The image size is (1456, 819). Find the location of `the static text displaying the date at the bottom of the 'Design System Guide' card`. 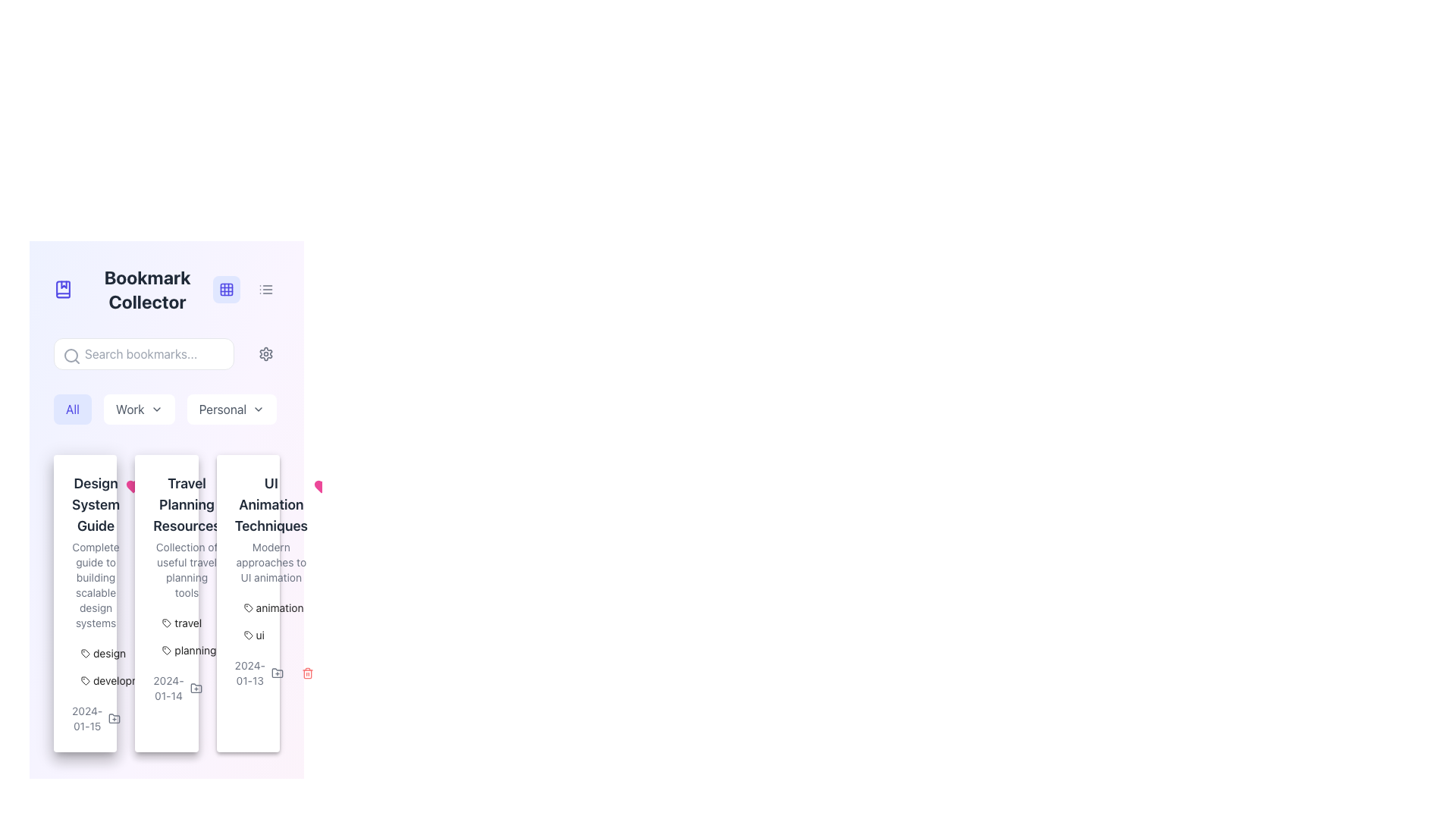

the static text displaying the date at the bottom of the 'Design System Guide' card is located at coordinates (86, 718).